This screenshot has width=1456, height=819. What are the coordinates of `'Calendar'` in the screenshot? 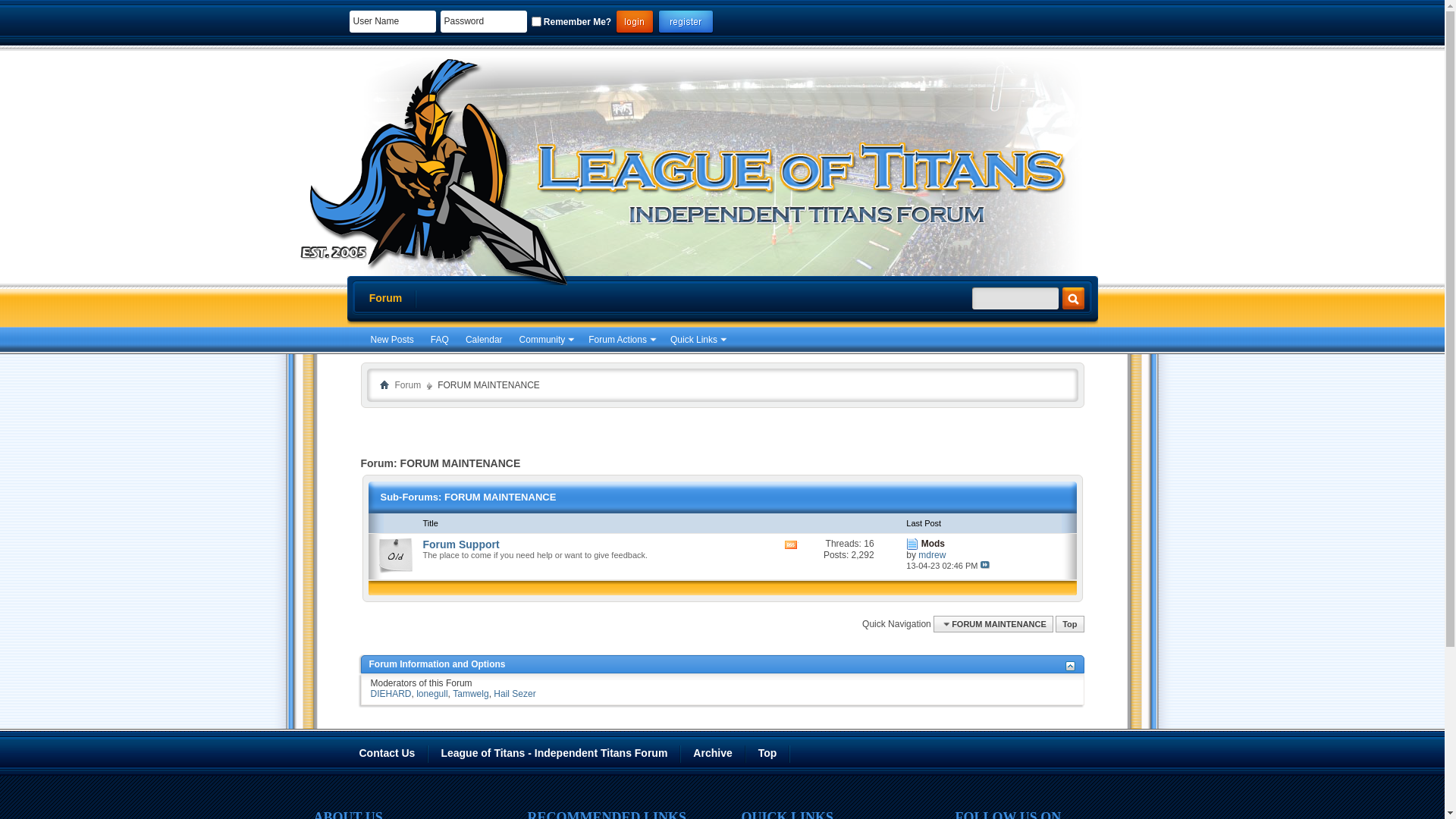 It's located at (483, 339).